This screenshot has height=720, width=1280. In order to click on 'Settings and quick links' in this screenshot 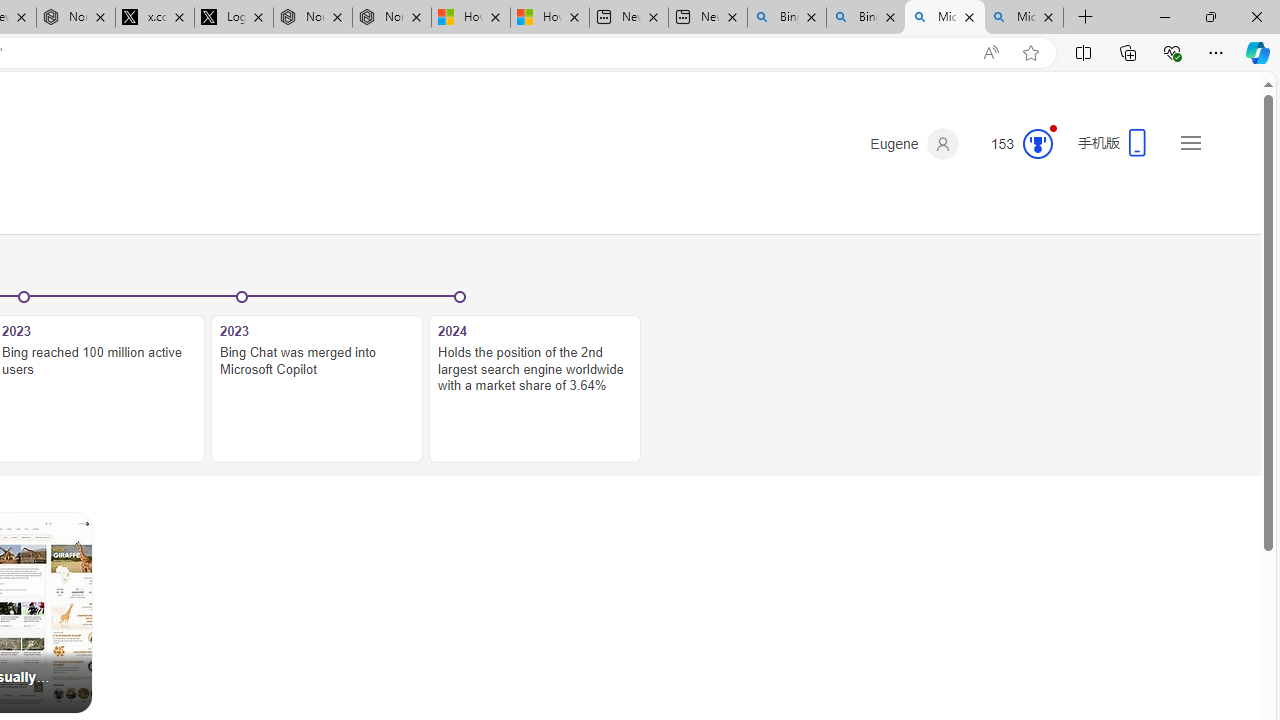, I will do `click(1191, 141)`.